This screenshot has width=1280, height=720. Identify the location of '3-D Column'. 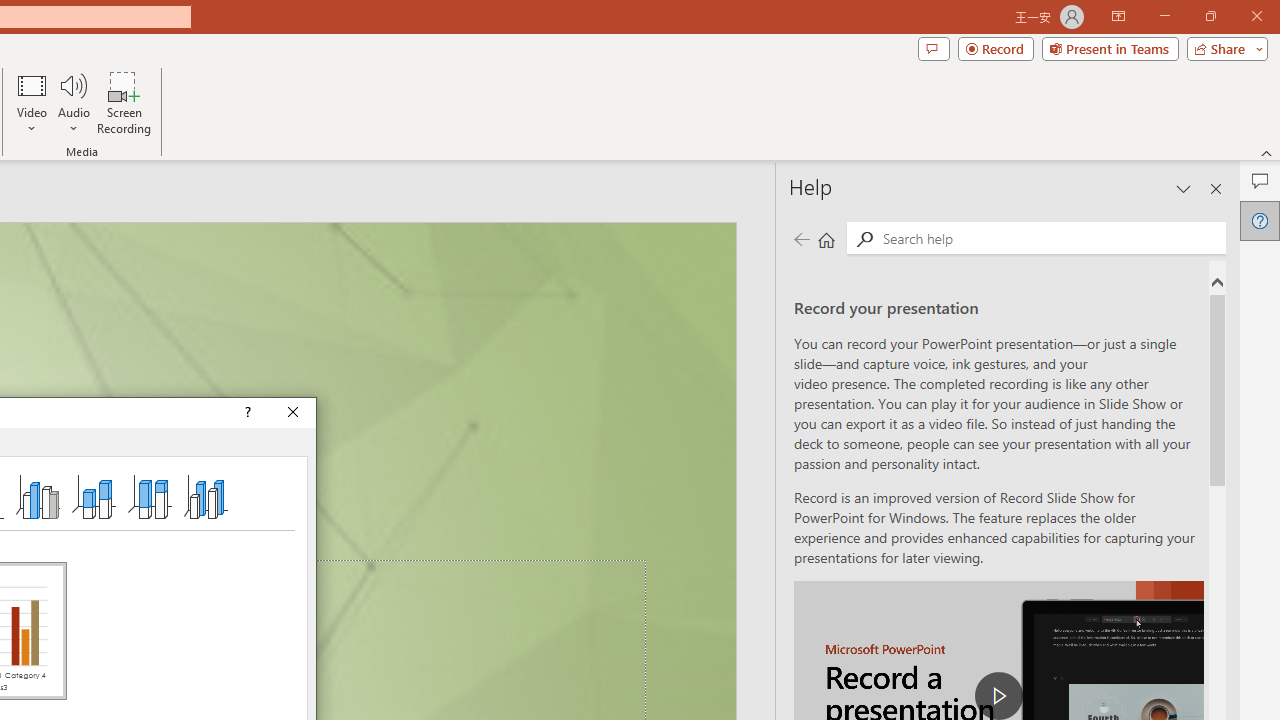
(206, 495).